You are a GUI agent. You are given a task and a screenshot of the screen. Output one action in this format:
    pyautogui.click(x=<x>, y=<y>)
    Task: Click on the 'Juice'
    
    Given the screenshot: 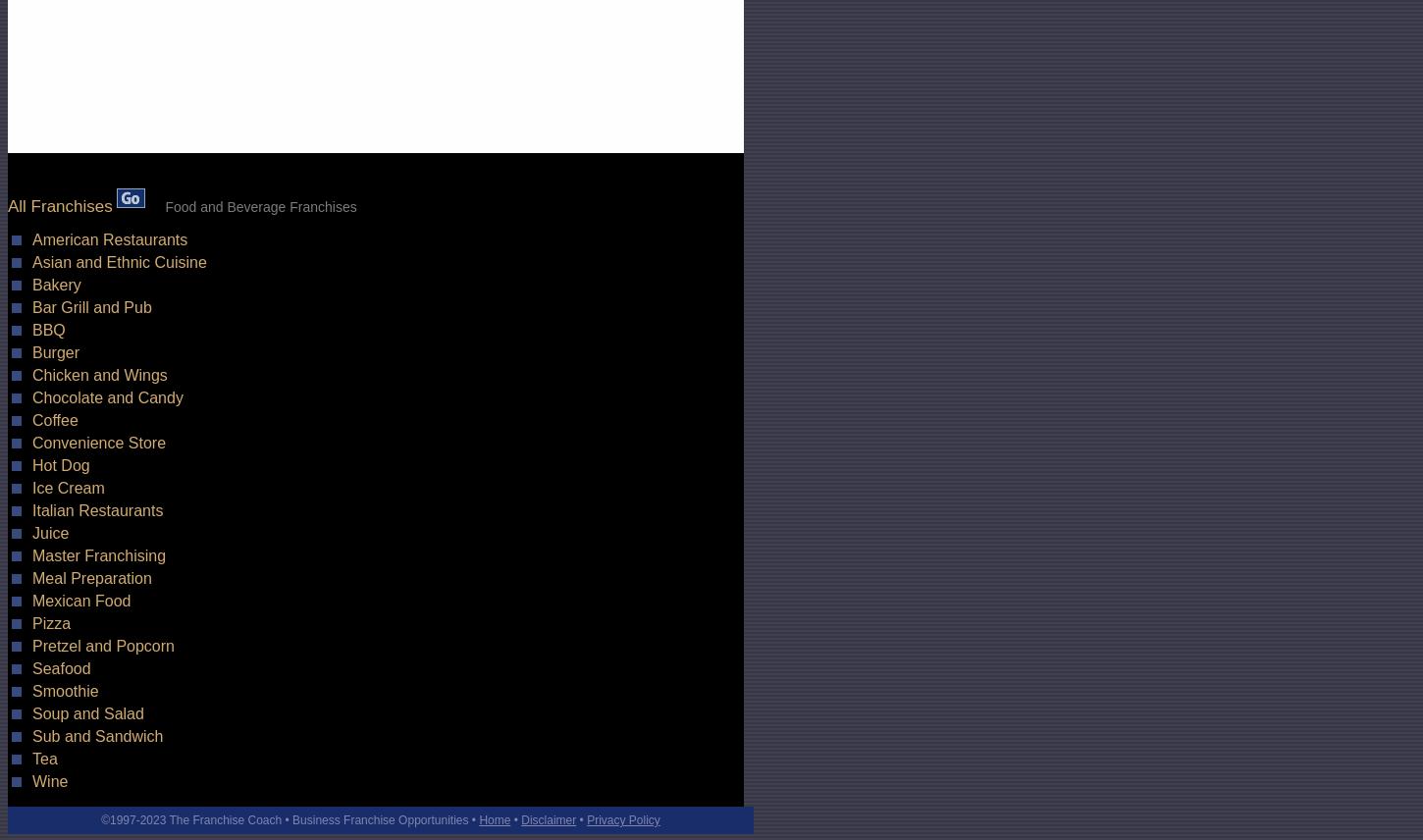 What is the action you would take?
    pyautogui.click(x=32, y=532)
    